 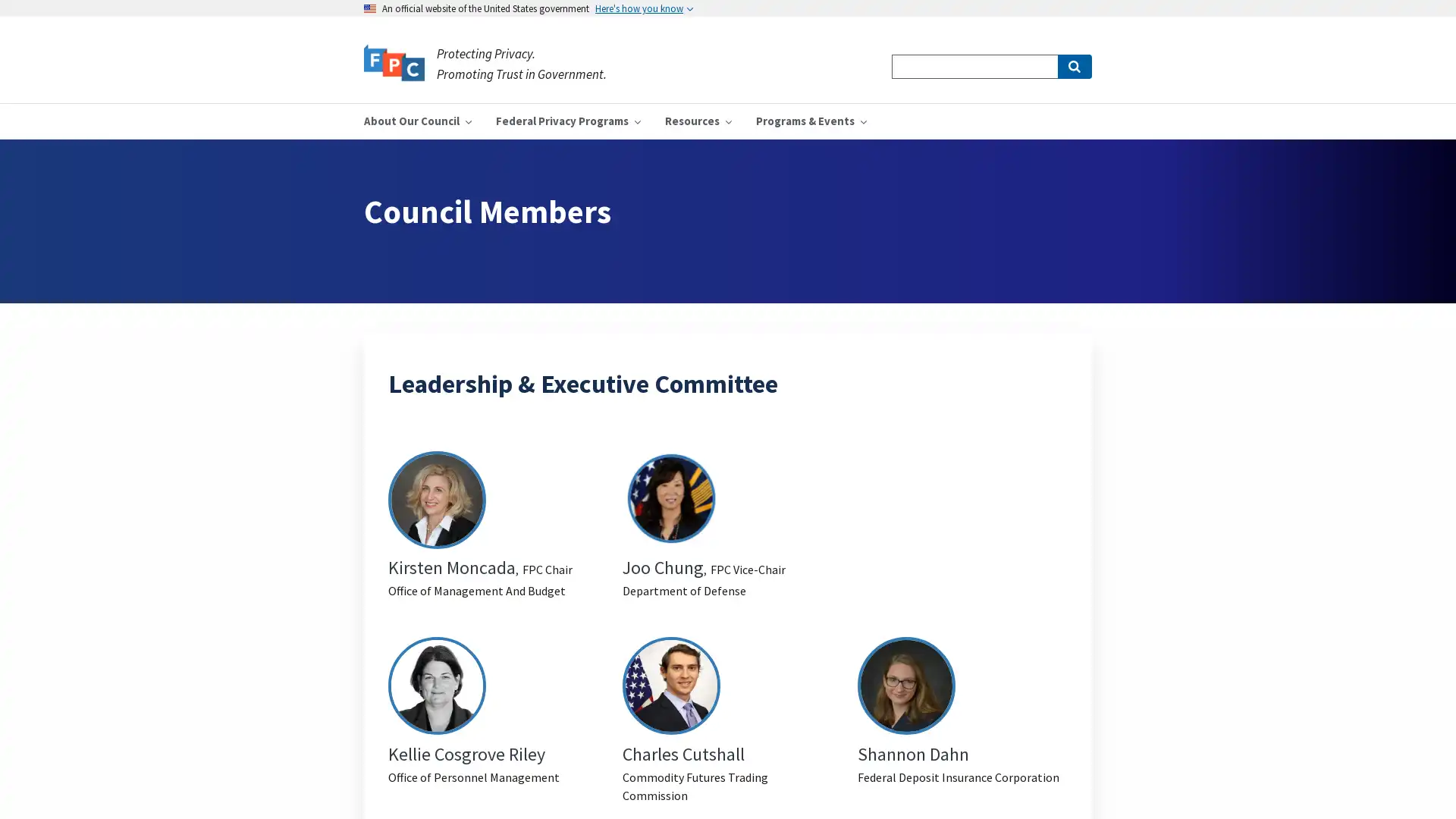 I want to click on Programs & Events, so click(x=811, y=120).